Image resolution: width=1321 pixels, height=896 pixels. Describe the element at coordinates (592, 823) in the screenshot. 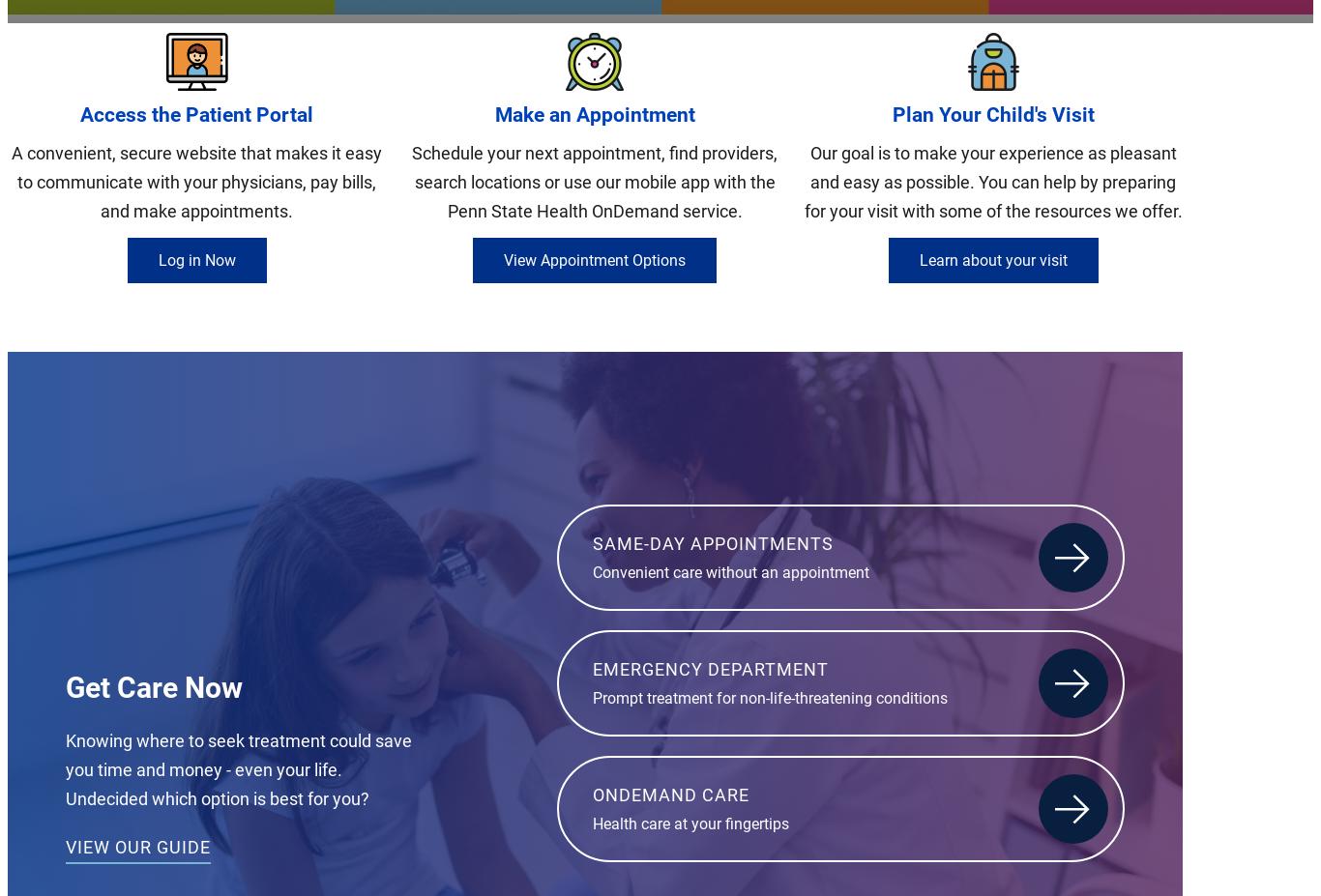

I see `'Health care at your fingertips'` at that location.